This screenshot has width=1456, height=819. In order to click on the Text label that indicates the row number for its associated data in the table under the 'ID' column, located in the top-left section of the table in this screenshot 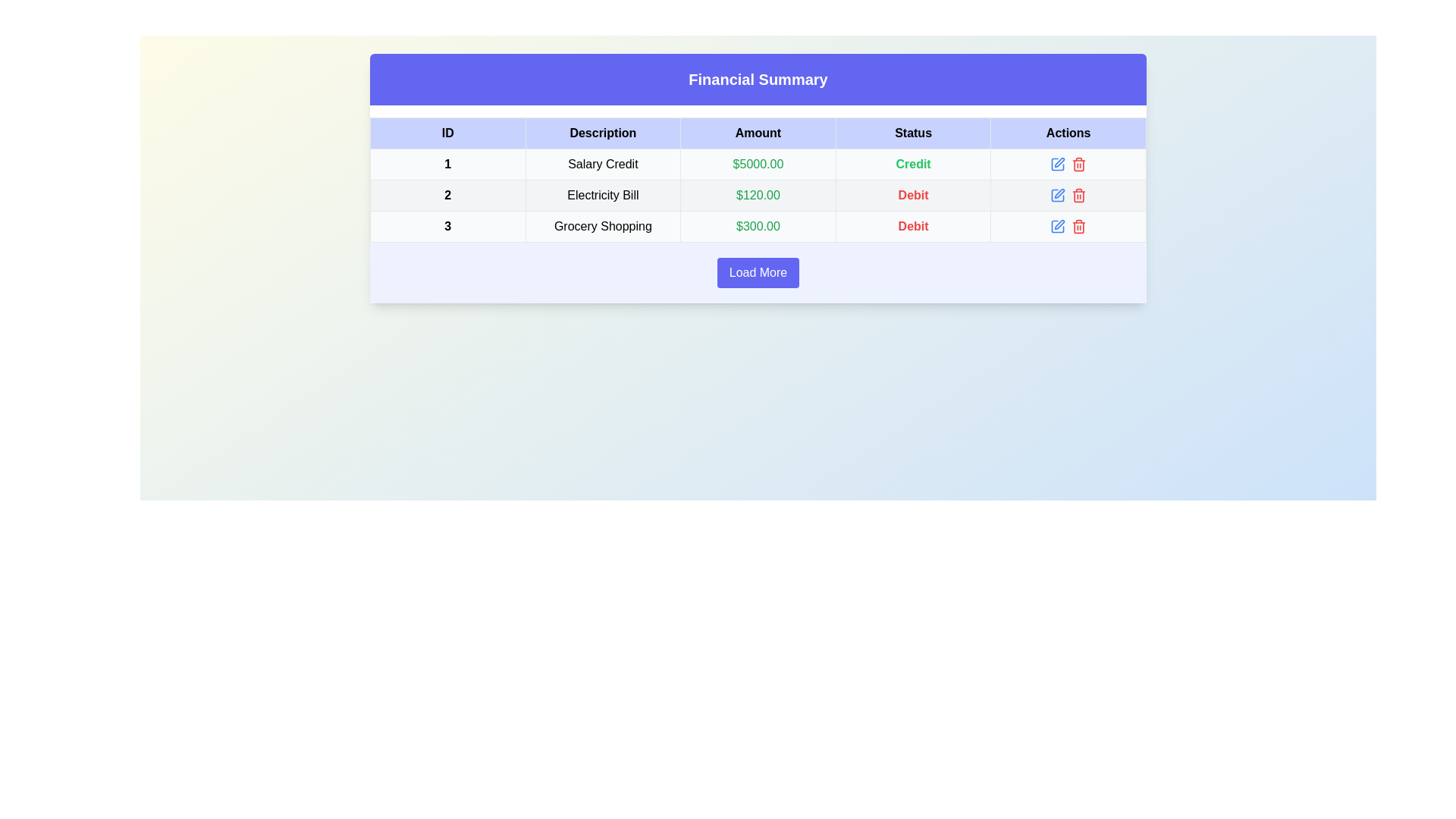, I will do `click(447, 195)`.